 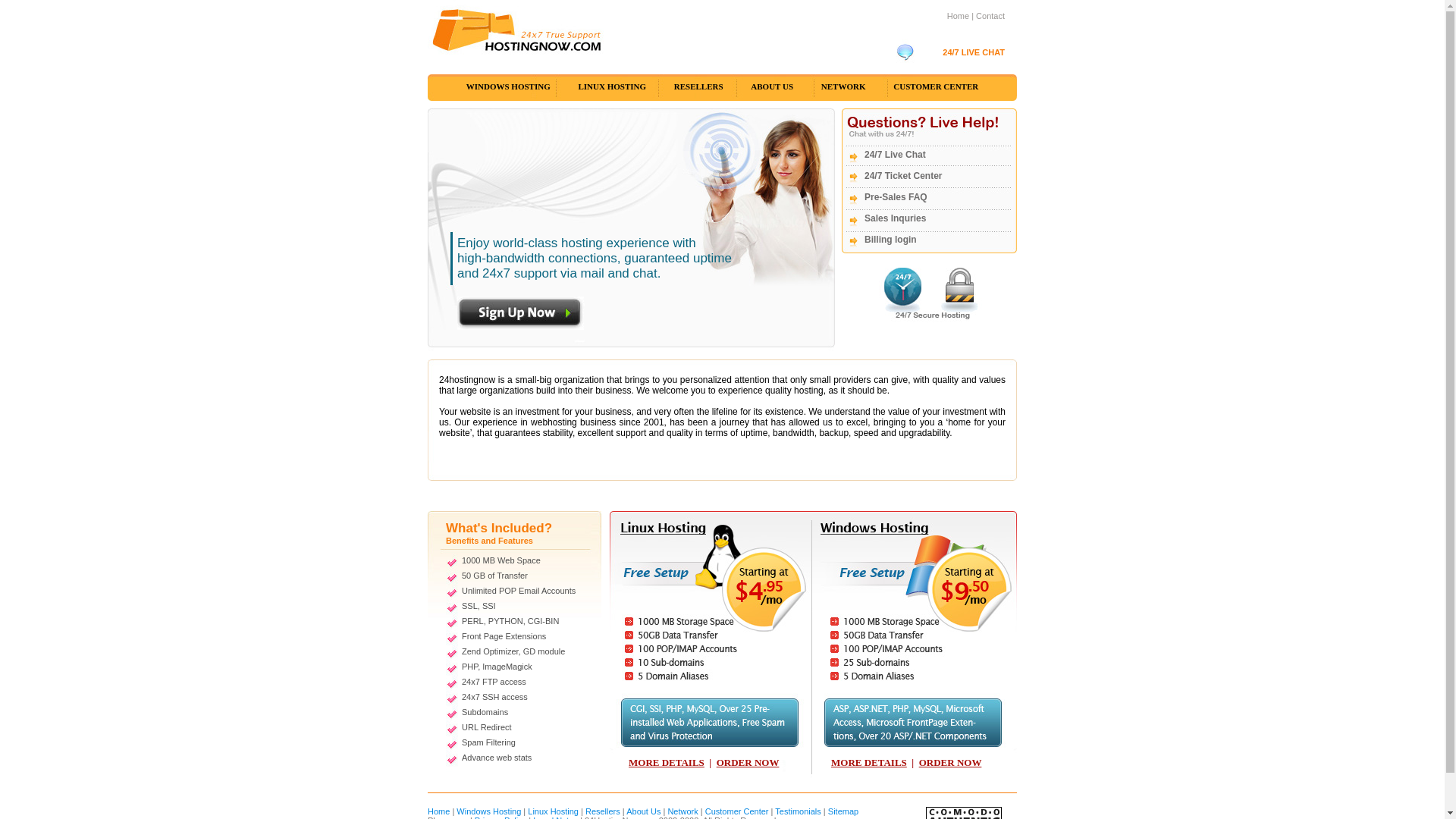 I want to click on 'Network', so click(x=682, y=810).